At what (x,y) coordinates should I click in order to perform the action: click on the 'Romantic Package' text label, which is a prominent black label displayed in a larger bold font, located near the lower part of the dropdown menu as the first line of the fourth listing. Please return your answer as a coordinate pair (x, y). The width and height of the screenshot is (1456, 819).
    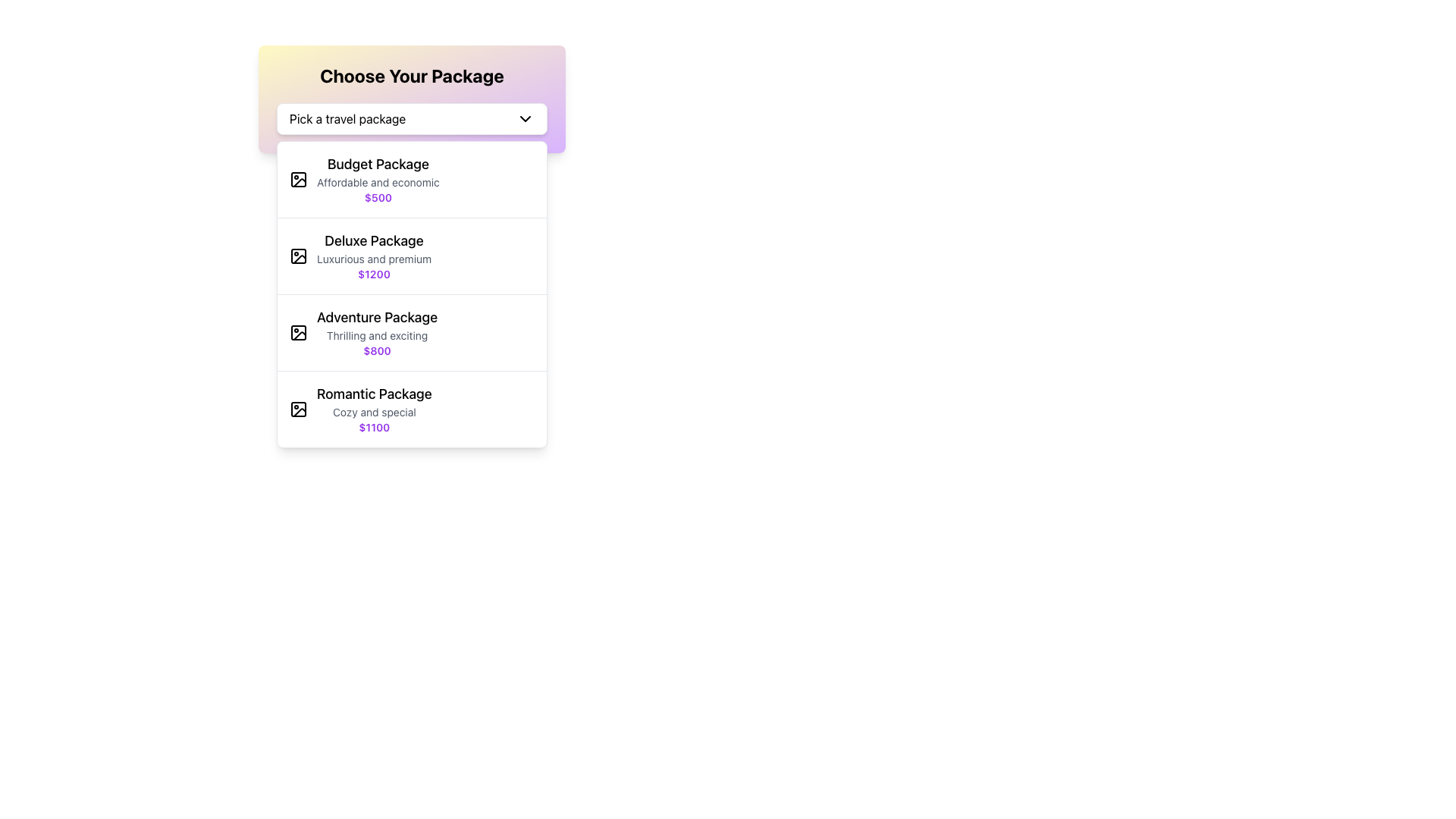
    Looking at the image, I should click on (374, 394).